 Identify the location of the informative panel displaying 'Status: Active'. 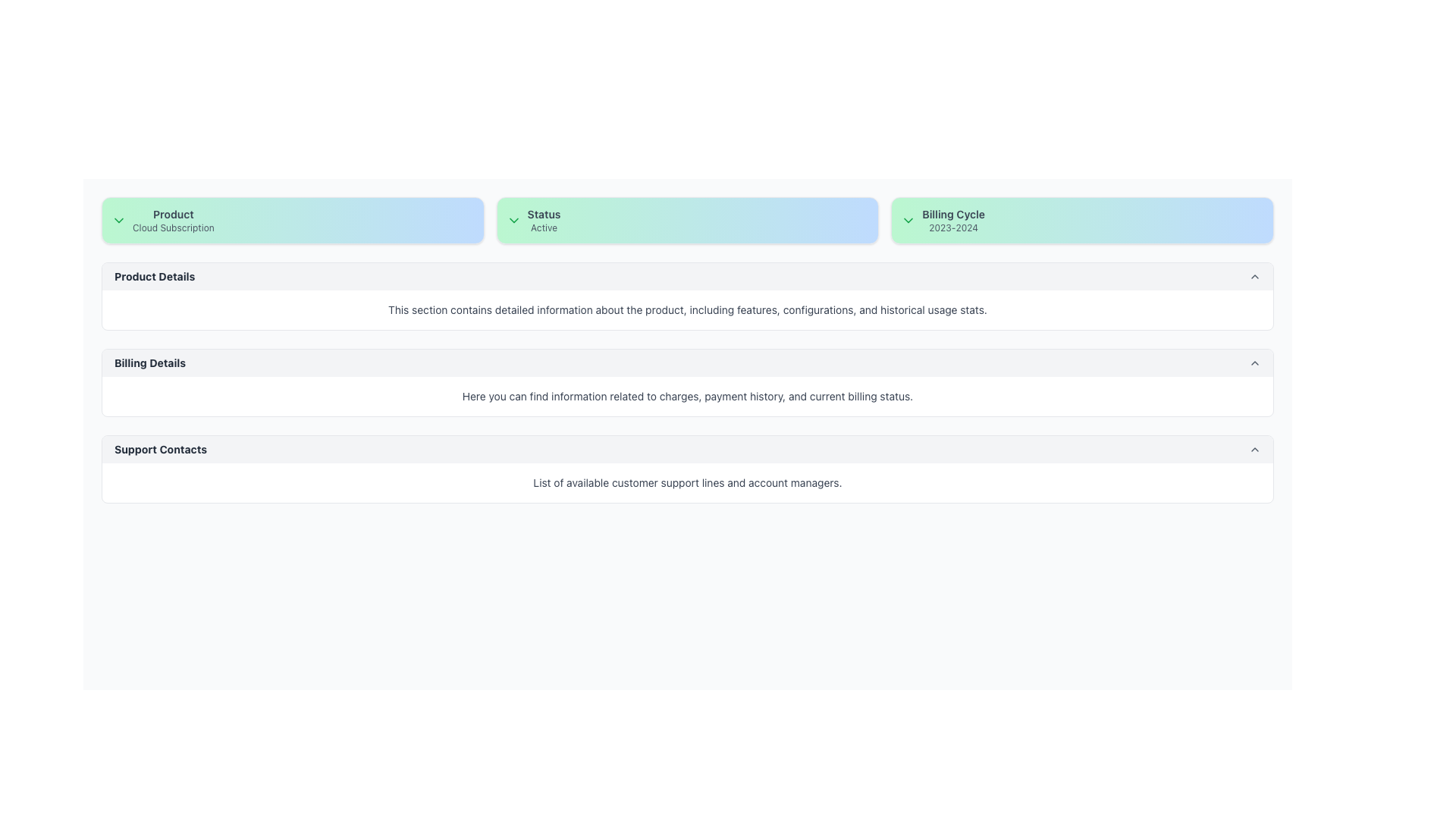
(687, 220).